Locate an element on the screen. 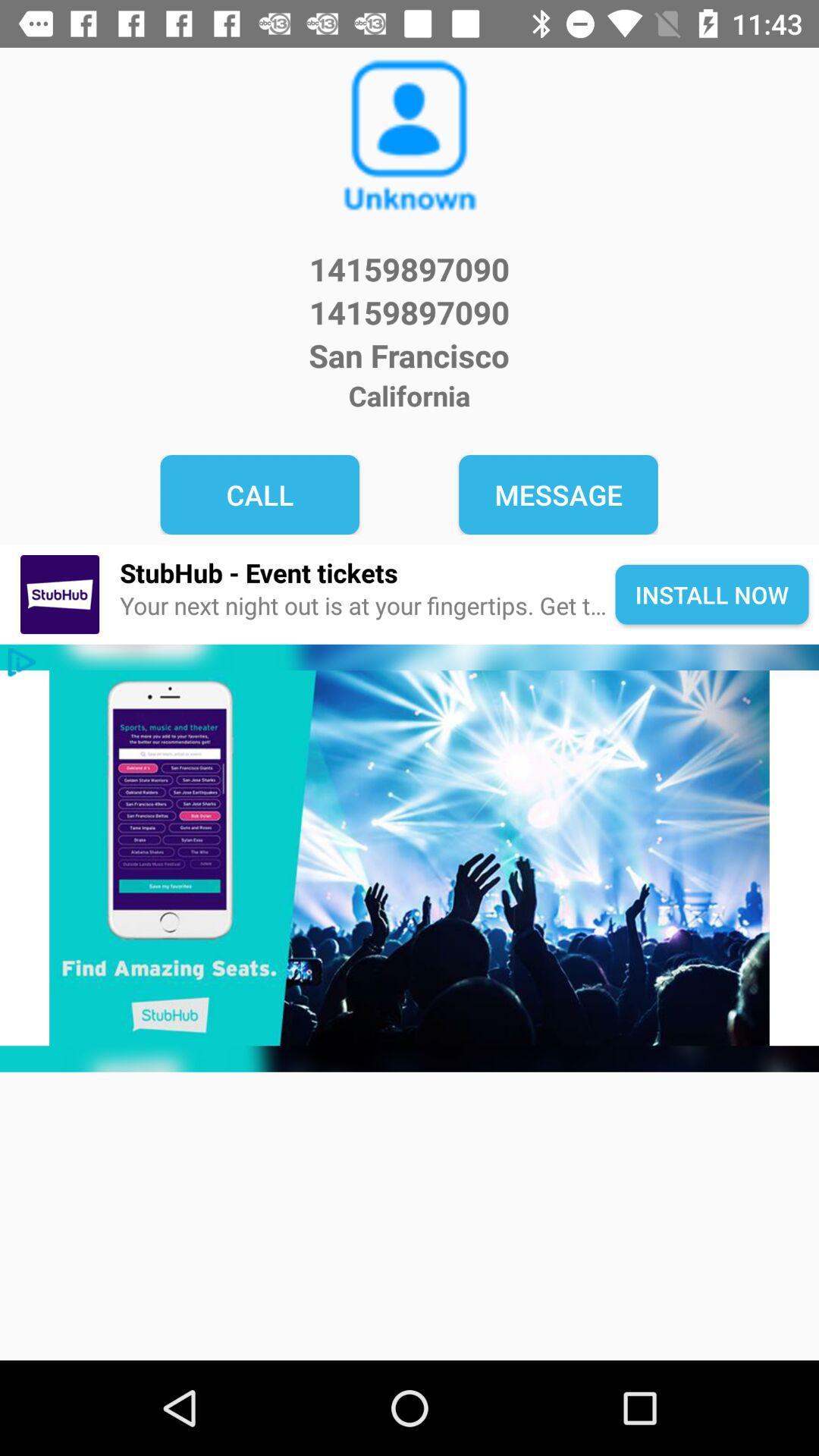 Image resolution: width=819 pixels, height=1456 pixels. the install now is located at coordinates (711, 594).